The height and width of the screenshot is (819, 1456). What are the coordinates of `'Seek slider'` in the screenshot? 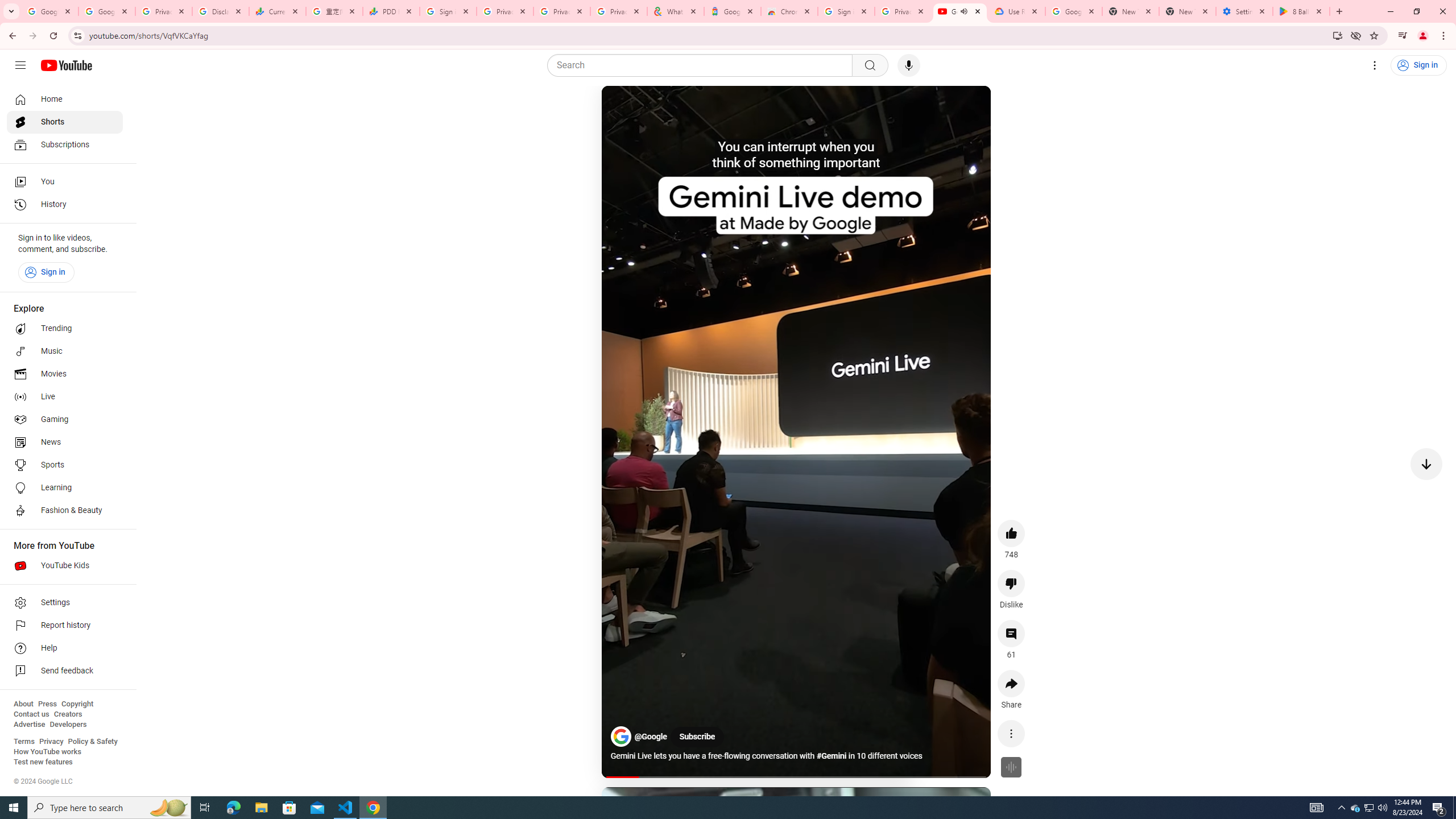 It's located at (796, 776).